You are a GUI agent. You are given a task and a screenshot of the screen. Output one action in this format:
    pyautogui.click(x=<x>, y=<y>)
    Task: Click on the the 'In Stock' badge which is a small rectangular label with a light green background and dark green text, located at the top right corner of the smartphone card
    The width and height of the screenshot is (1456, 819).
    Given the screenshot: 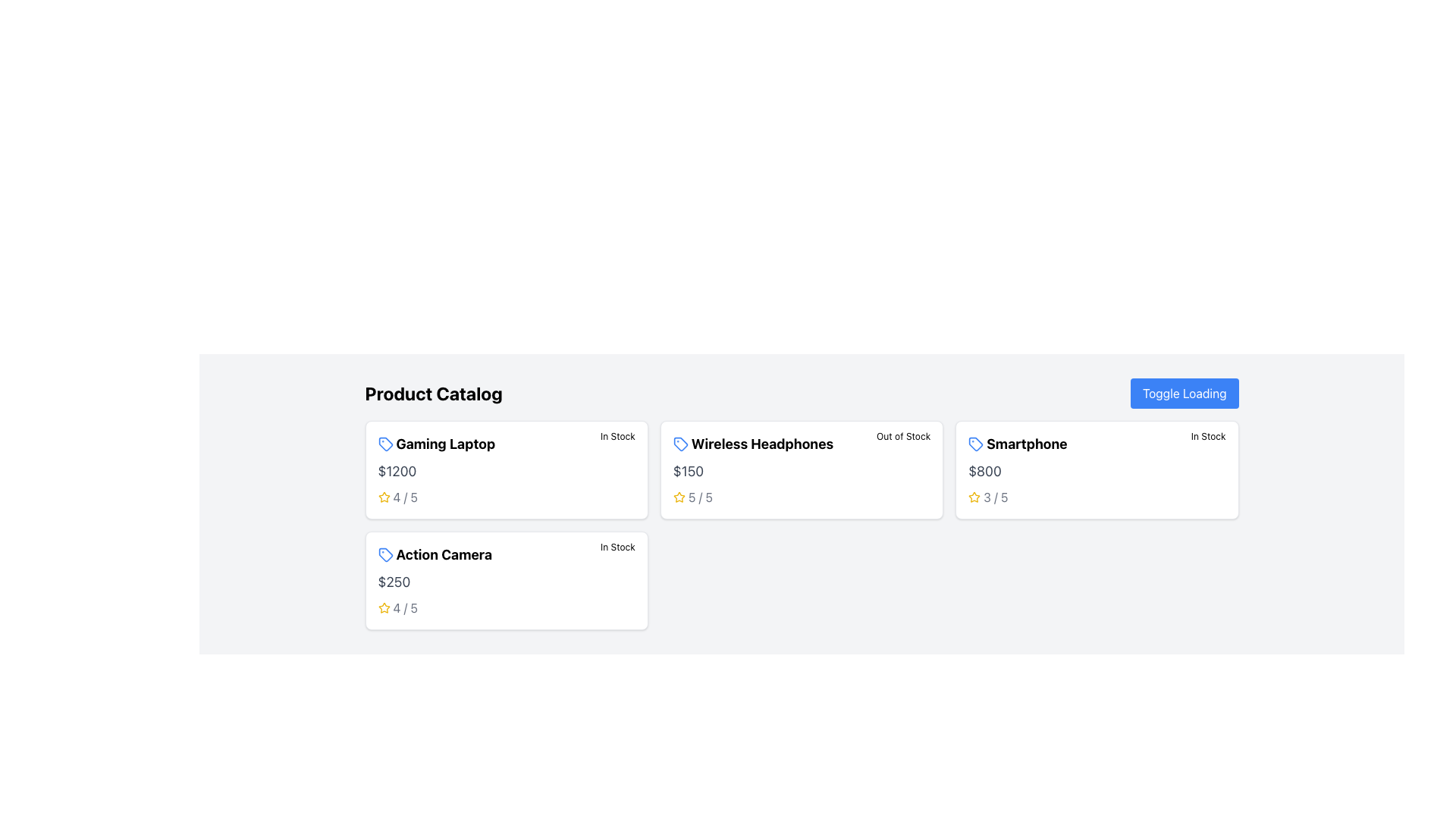 What is the action you would take?
    pyautogui.click(x=1207, y=436)
    